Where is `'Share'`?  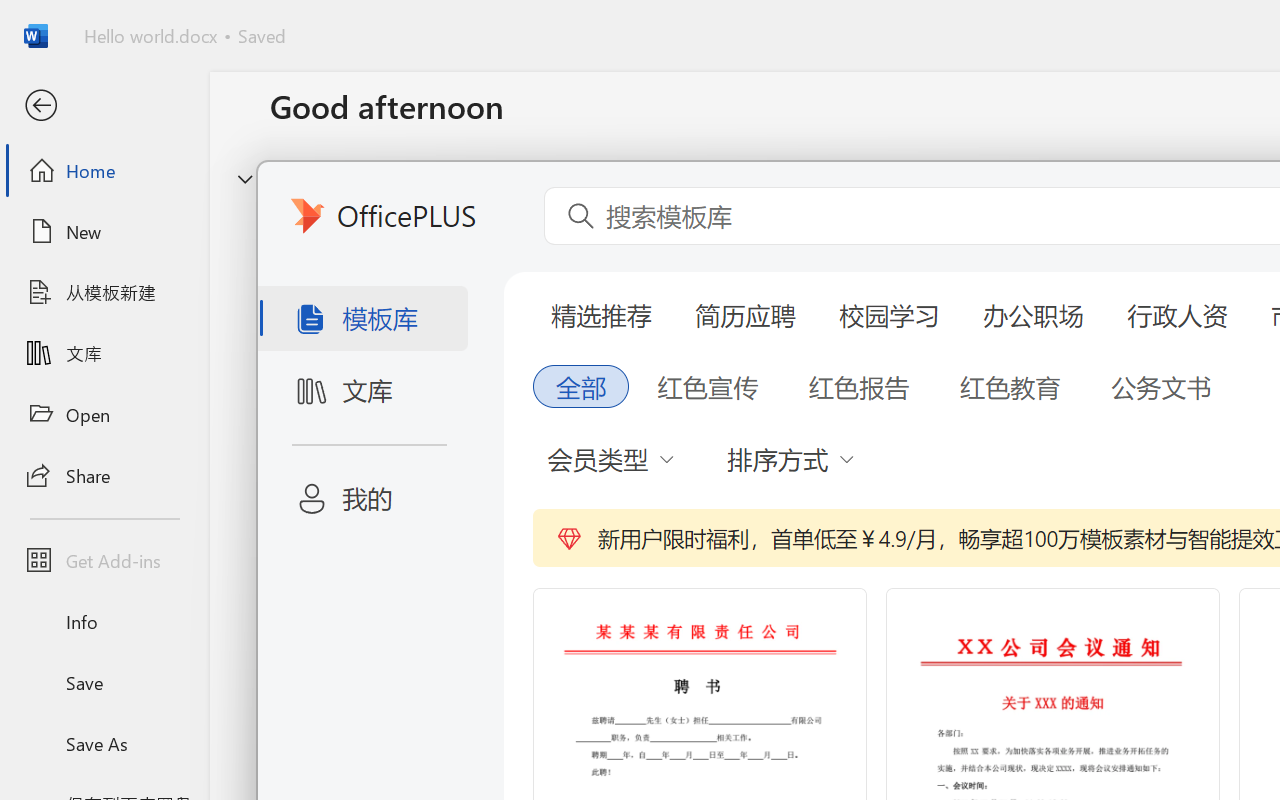 'Share' is located at coordinates (103, 475).